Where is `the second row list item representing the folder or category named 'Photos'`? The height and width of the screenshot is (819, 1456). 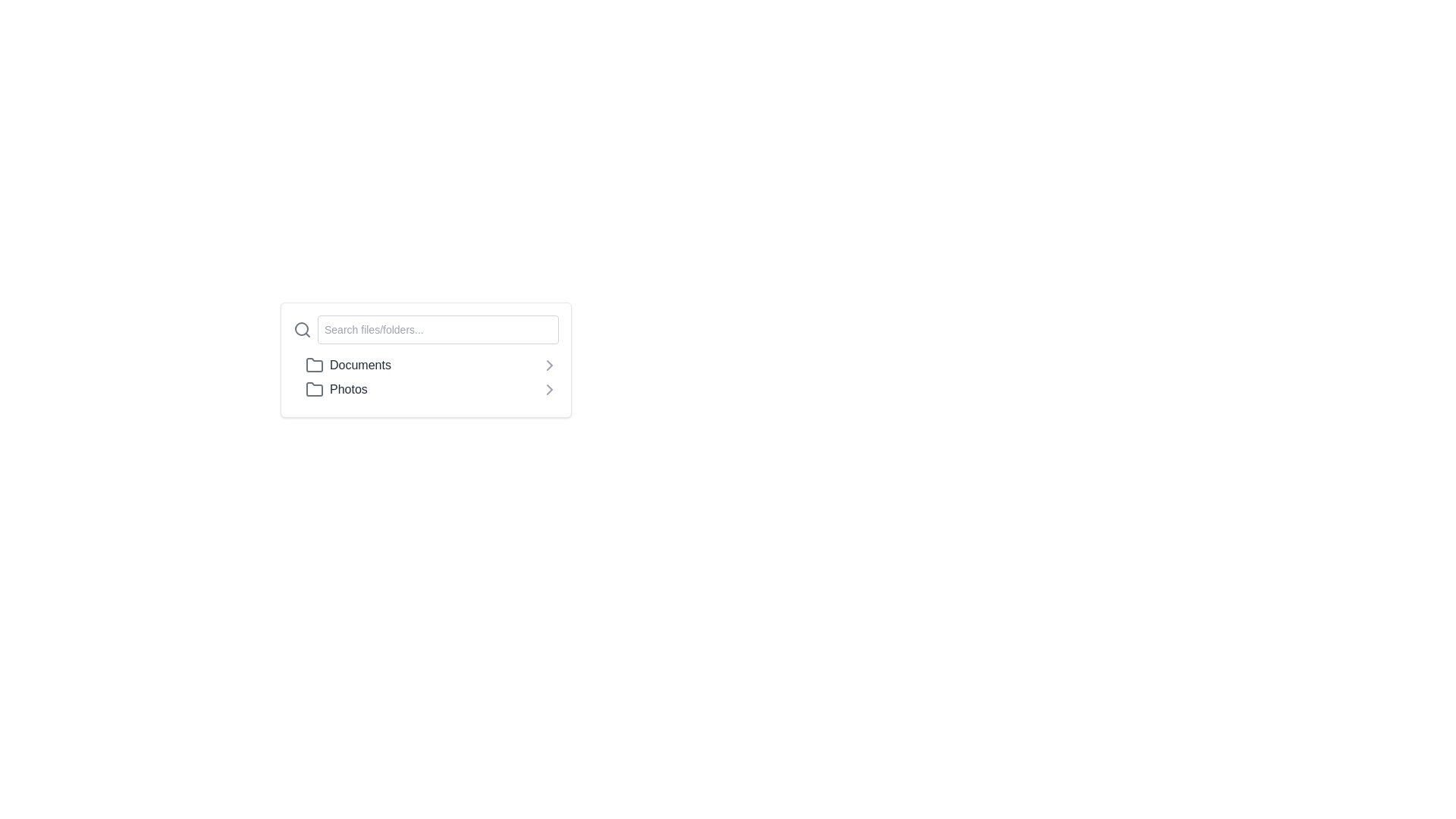
the second row list item representing the folder or category named 'Photos' is located at coordinates (431, 388).